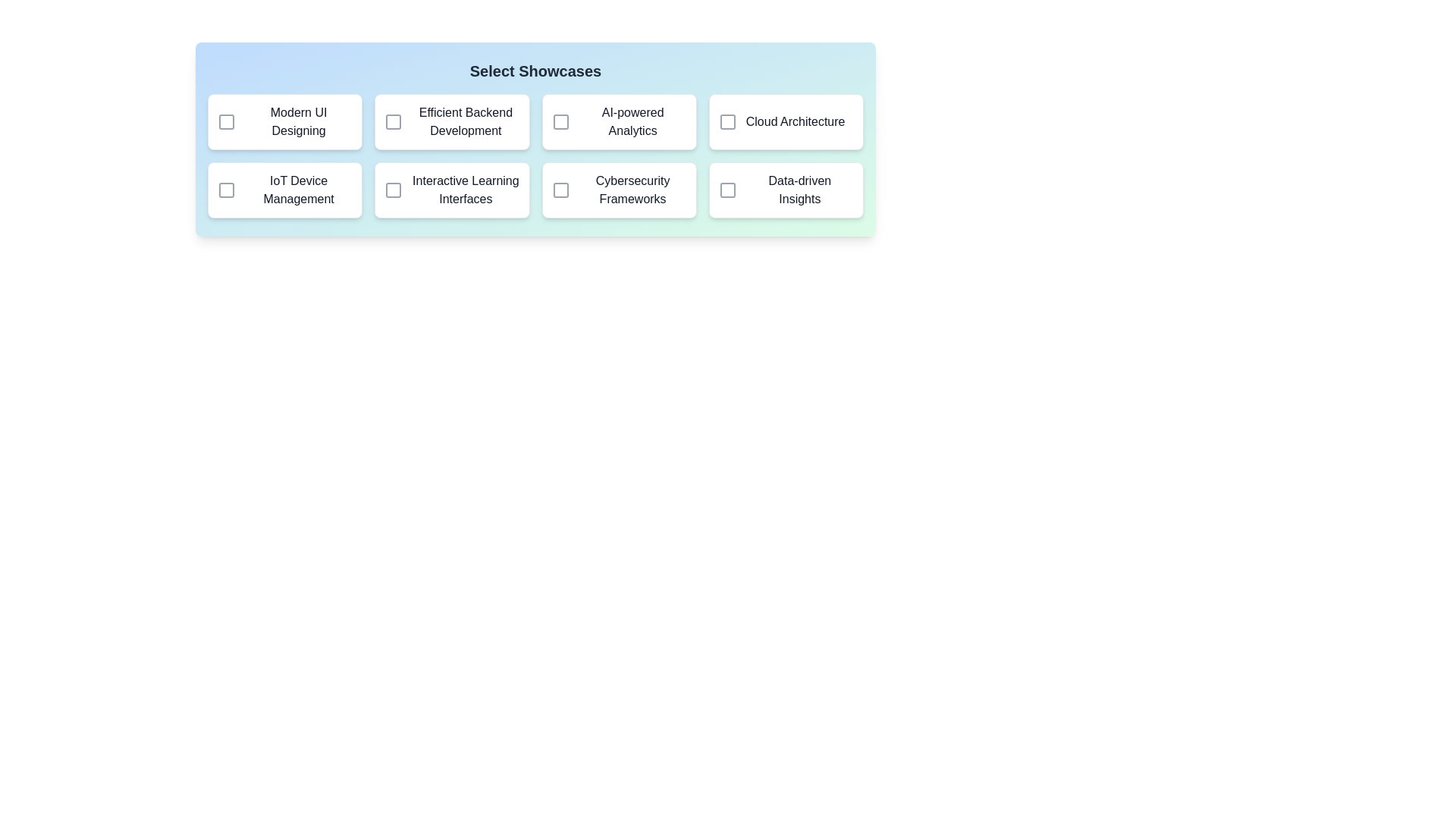 The width and height of the screenshot is (1456, 819). Describe the element at coordinates (560, 189) in the screenshot. I see `the showcase corresponding to Cybersecurity Frameworks` at that location.